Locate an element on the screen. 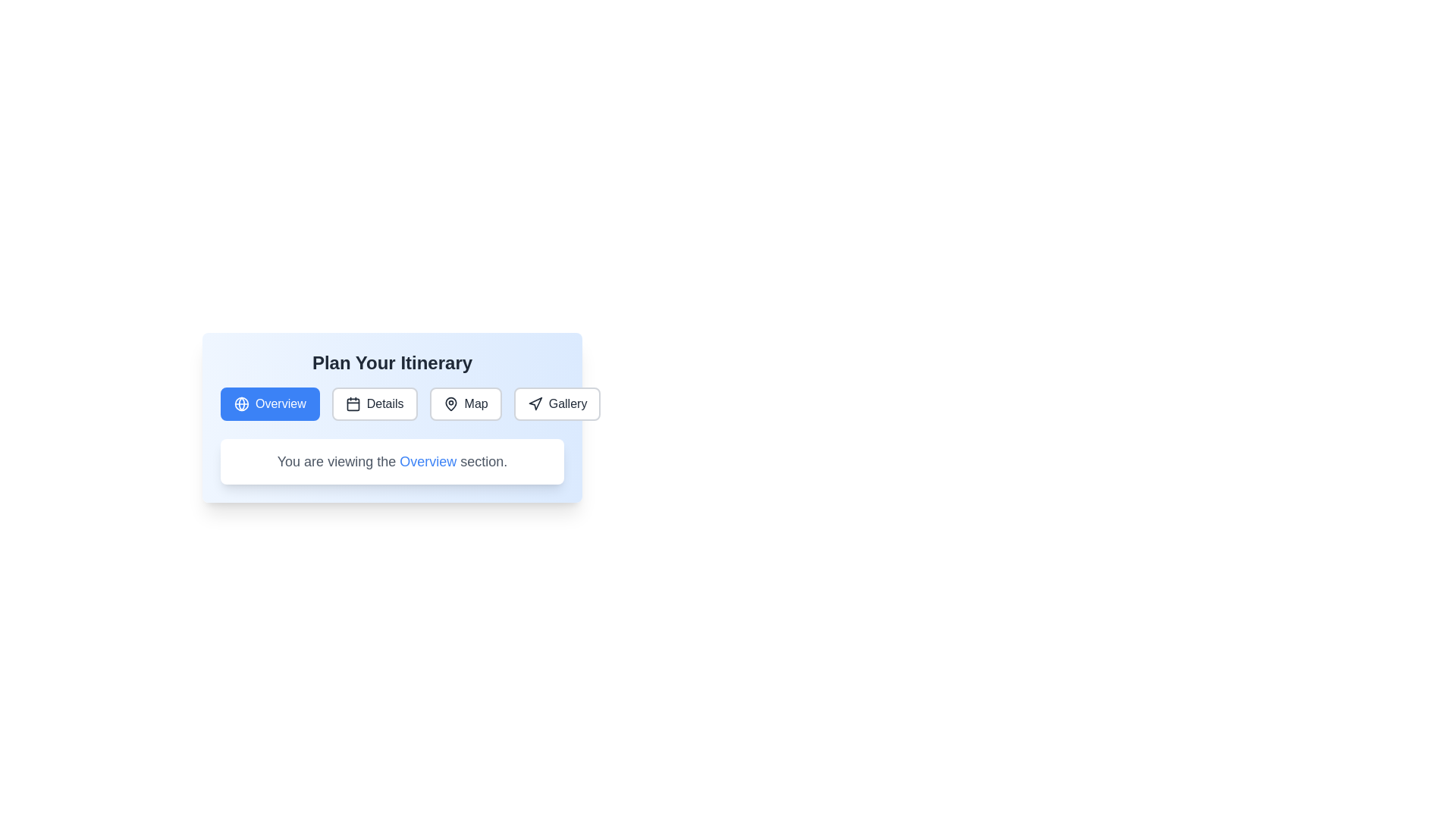 This screenshot has height=819, width=1456. the small globe icon located within the blue 'Overview' button is located at coordinates (240, 403).